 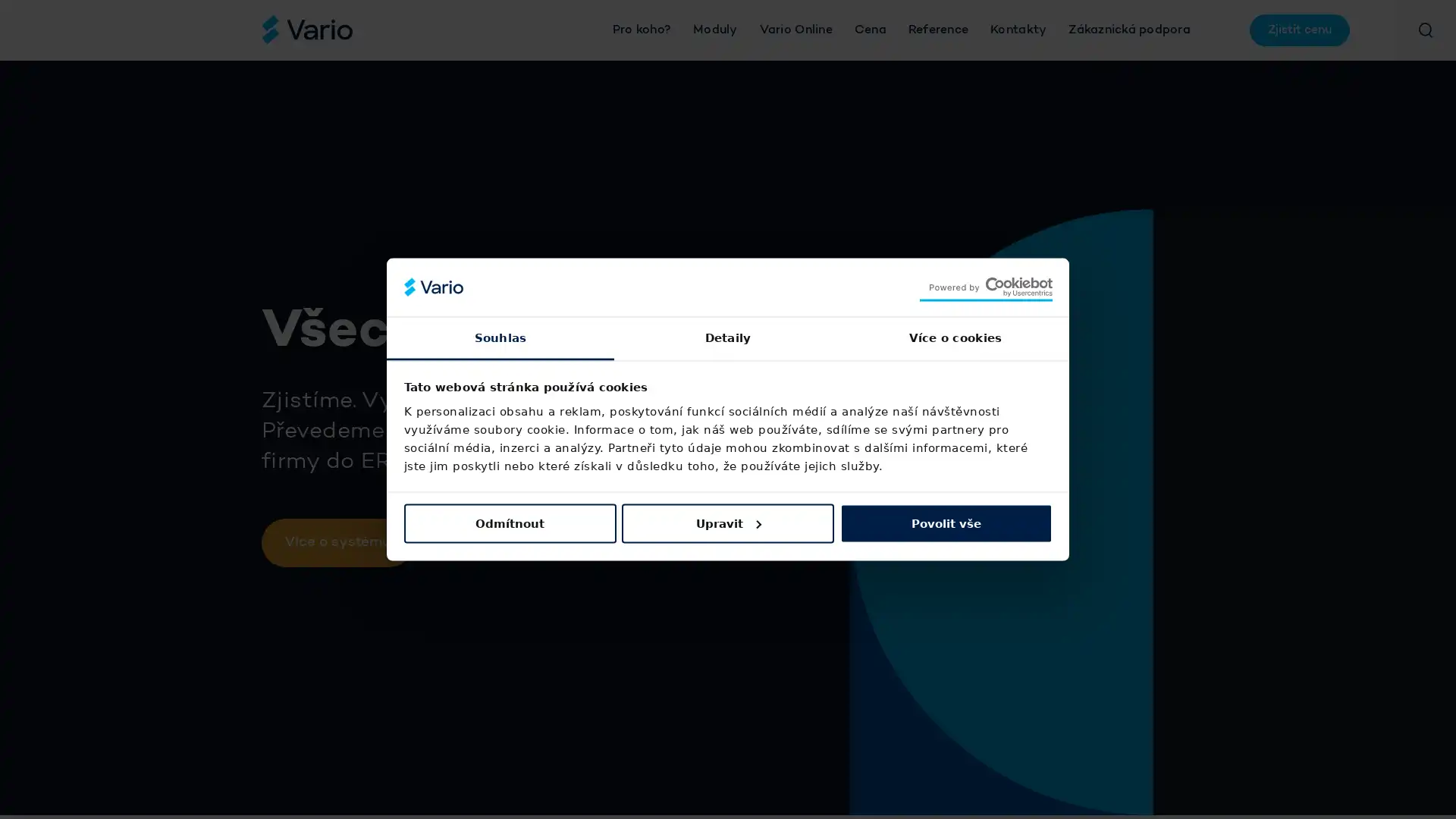 I want to click on Povolit vse, so click(x=945, y=522).